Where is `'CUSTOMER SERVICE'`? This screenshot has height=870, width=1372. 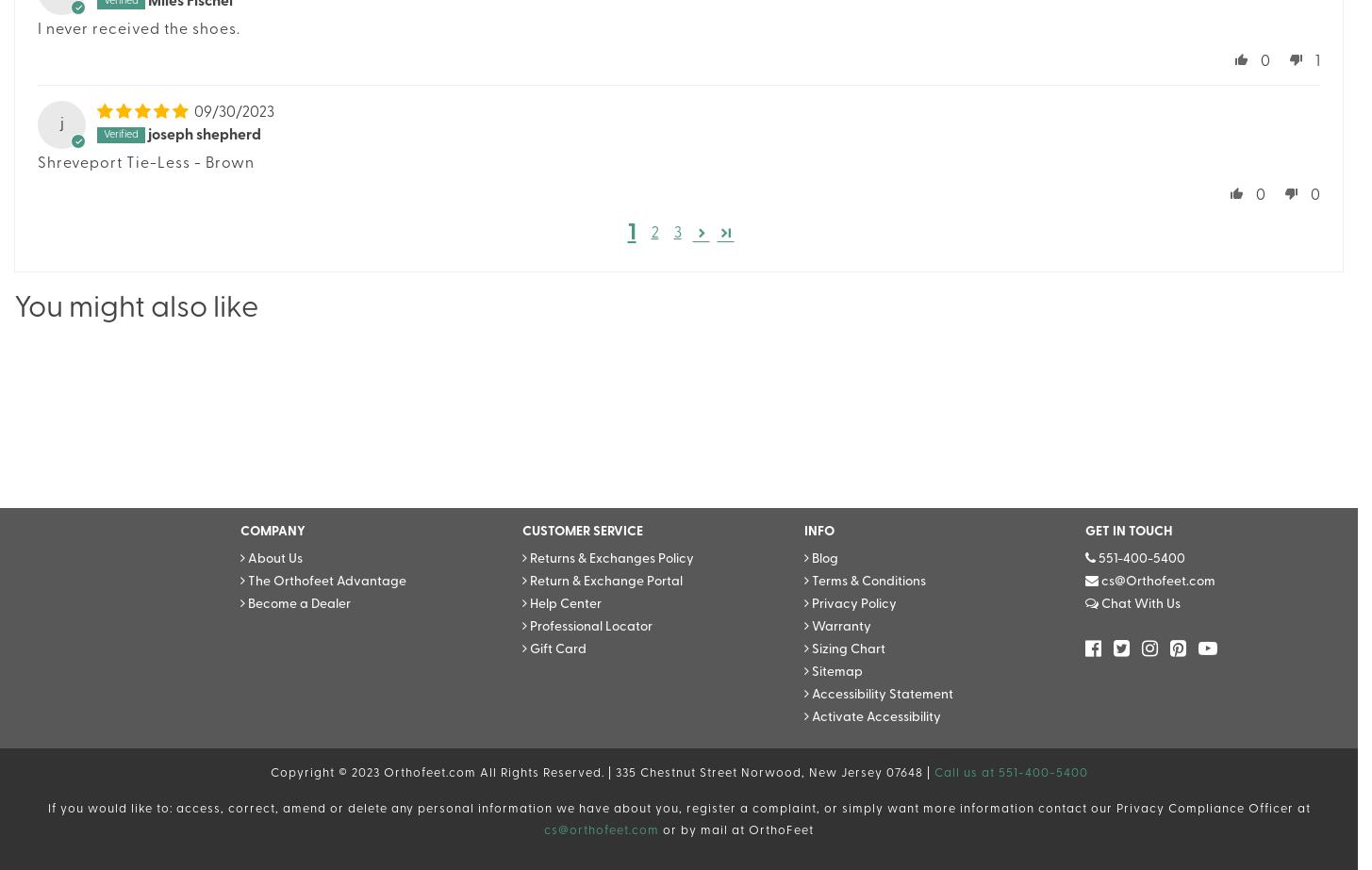
'CUSTOMER SERVICE' is located at coordinates (521, 531).